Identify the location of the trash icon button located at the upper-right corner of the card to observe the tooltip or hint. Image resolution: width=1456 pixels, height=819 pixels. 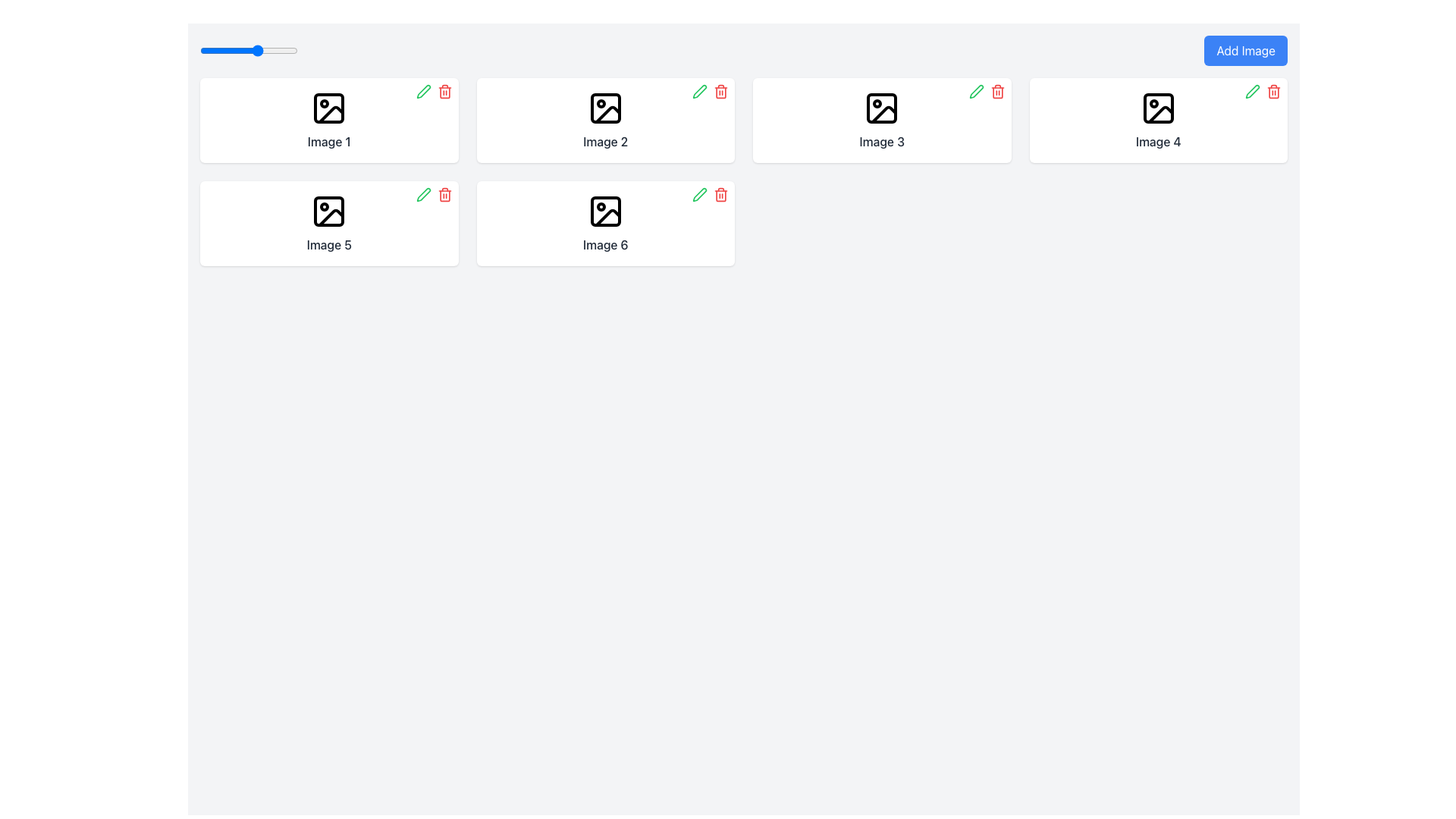
(720, 91).